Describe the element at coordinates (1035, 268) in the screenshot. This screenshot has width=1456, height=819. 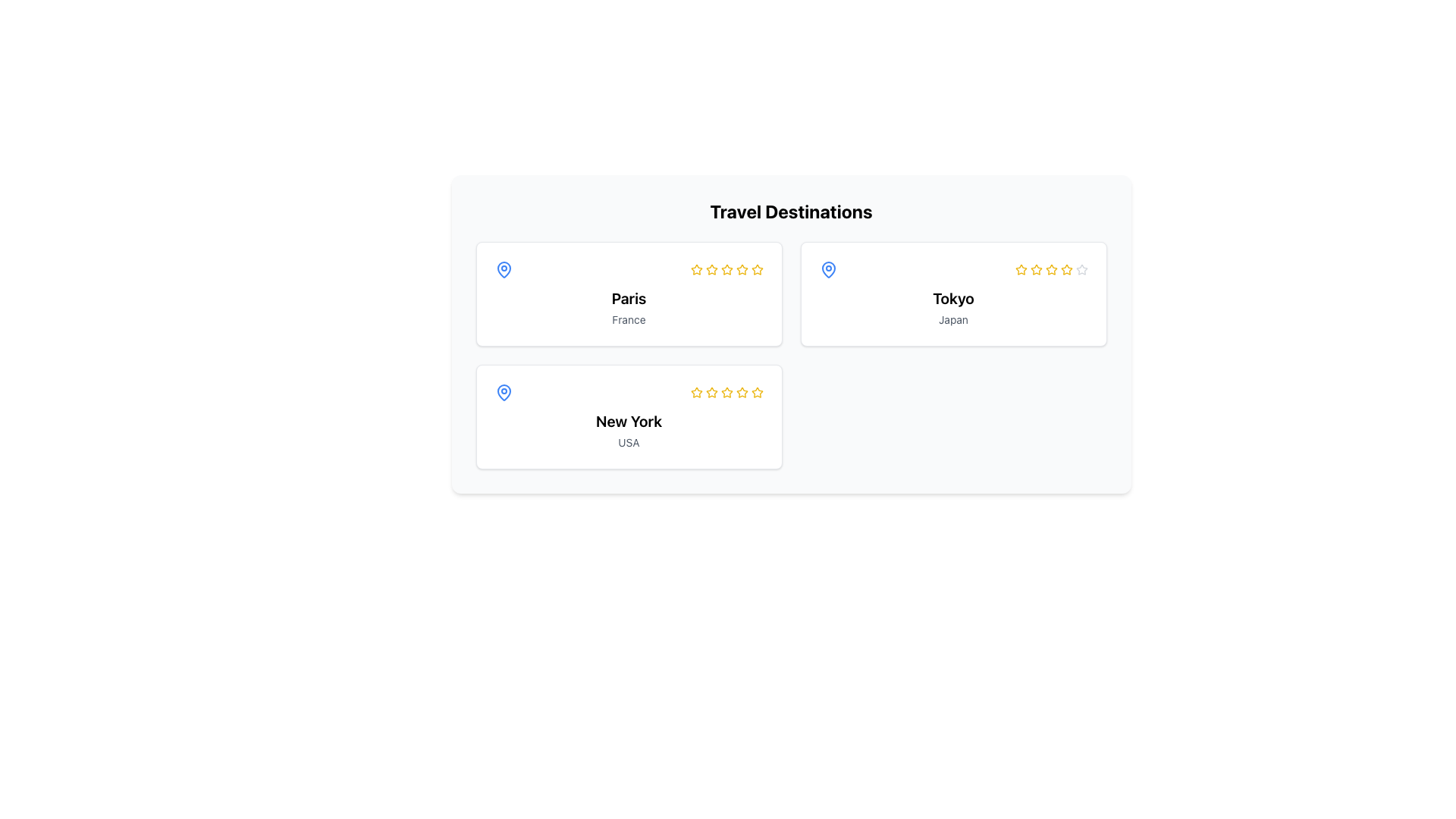
I see `the third star icon in the rating sequence for the 'Tokyo, Japan' card` at that location.